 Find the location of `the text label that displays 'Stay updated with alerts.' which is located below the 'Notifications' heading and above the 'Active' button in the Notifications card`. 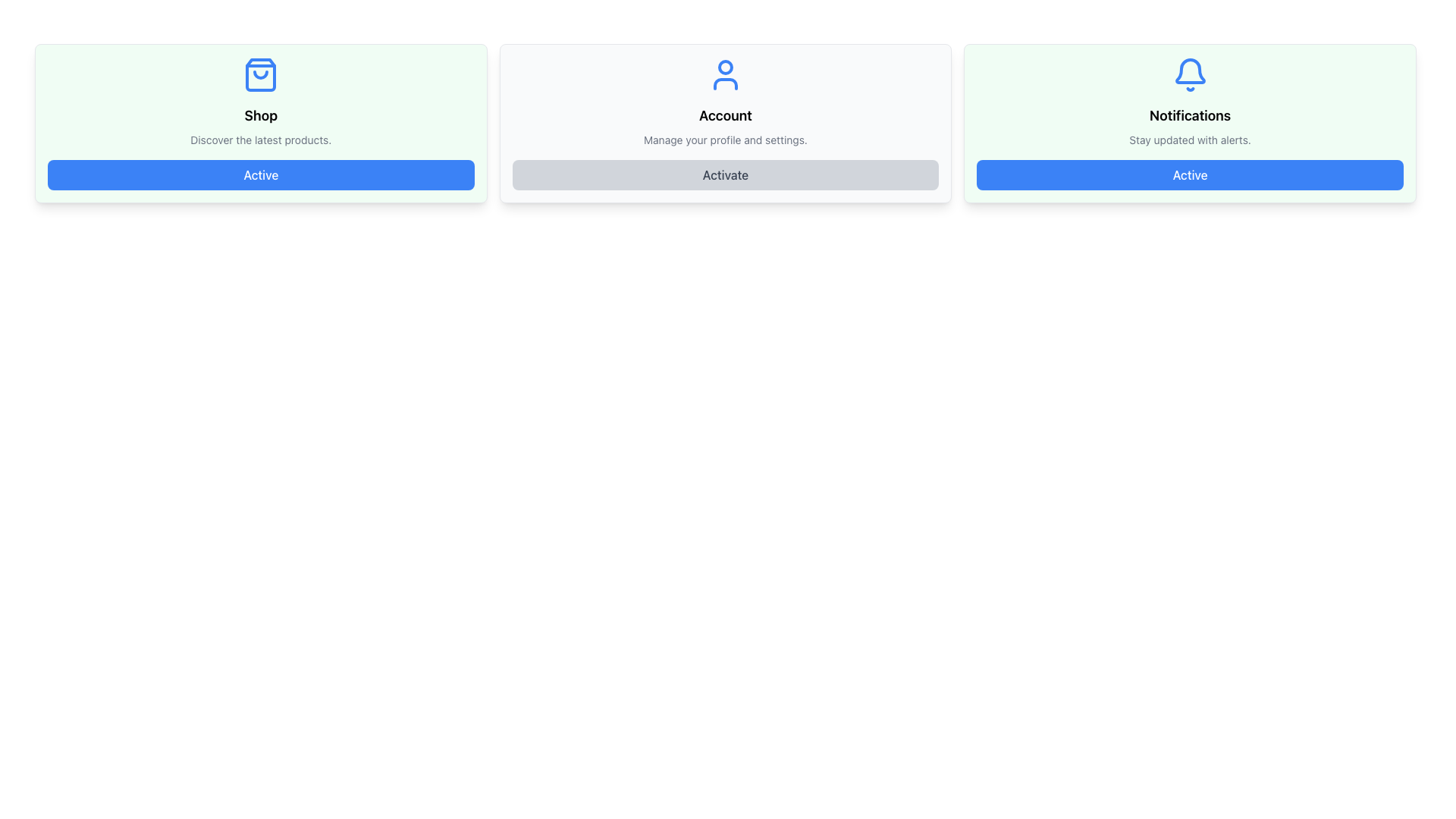

the text label that displays 'Stay updated with alerts.' which is located below the 'Notifications' heading and above the 'Active' button in the Notifications card is located at coordinates (1189, 140).